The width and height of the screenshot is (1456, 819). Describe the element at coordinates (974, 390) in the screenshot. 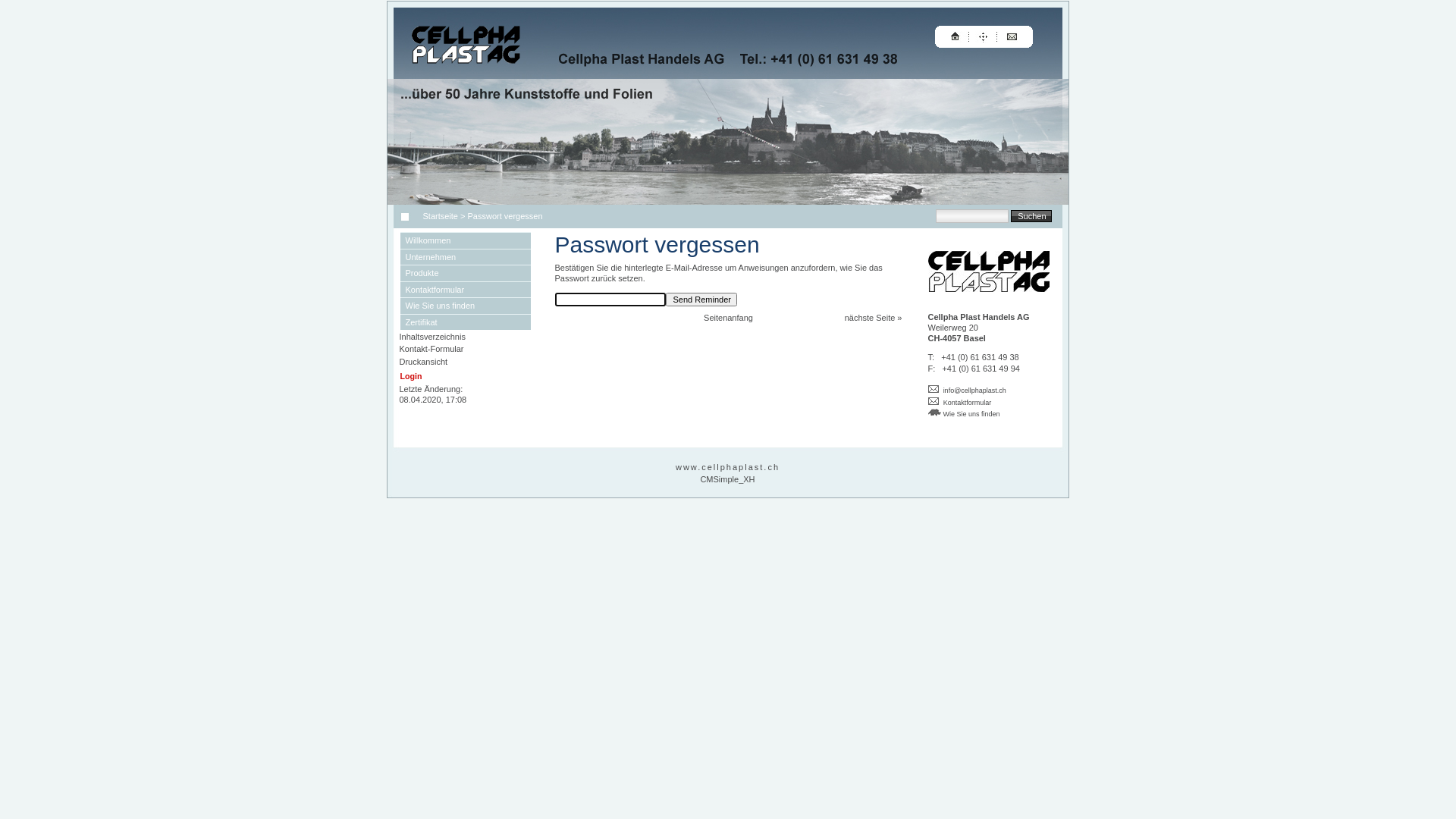

I see `'info@cellphaplast.ch'` at that location.